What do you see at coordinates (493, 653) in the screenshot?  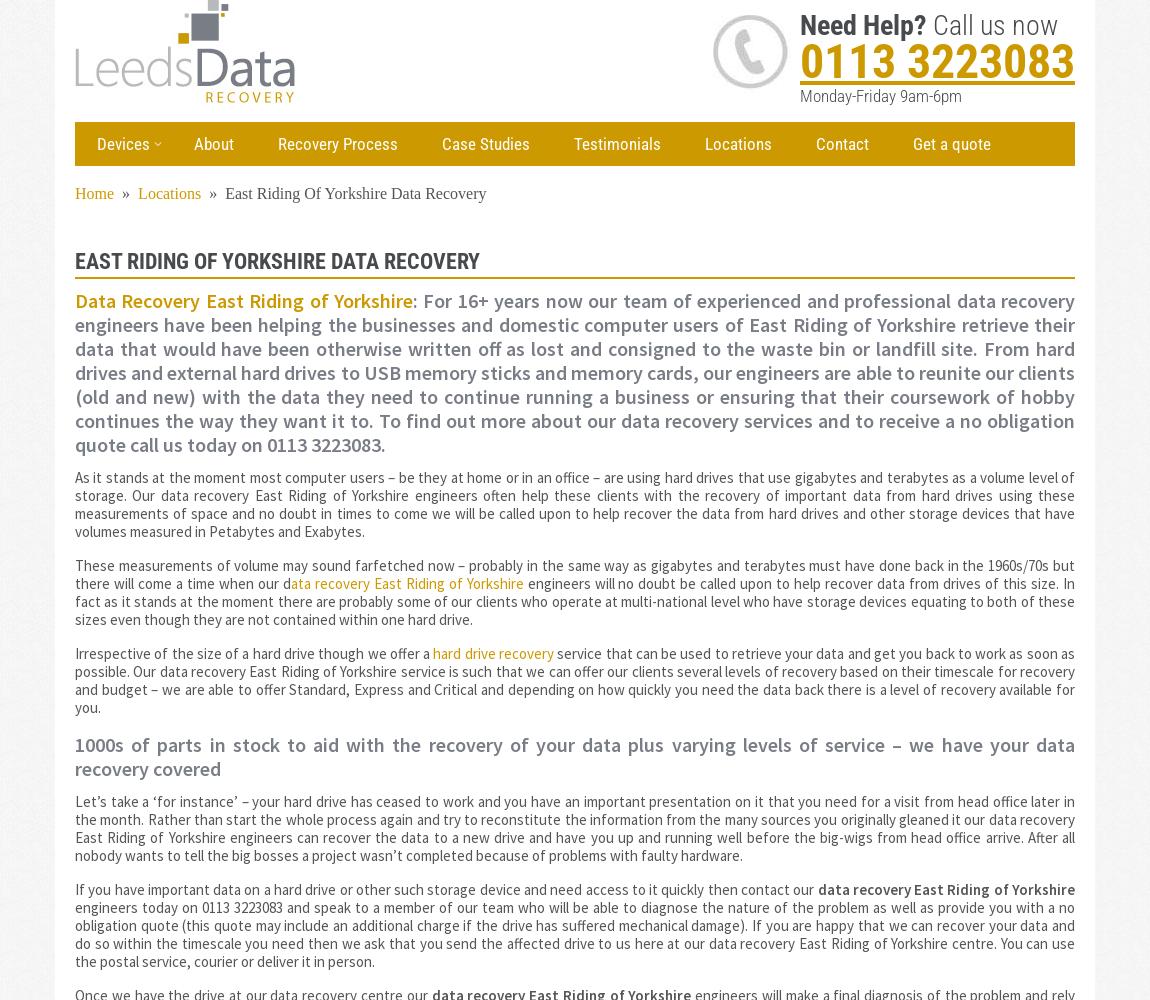 I see `'hard drive recovery'` at bounding box center [493, 653].